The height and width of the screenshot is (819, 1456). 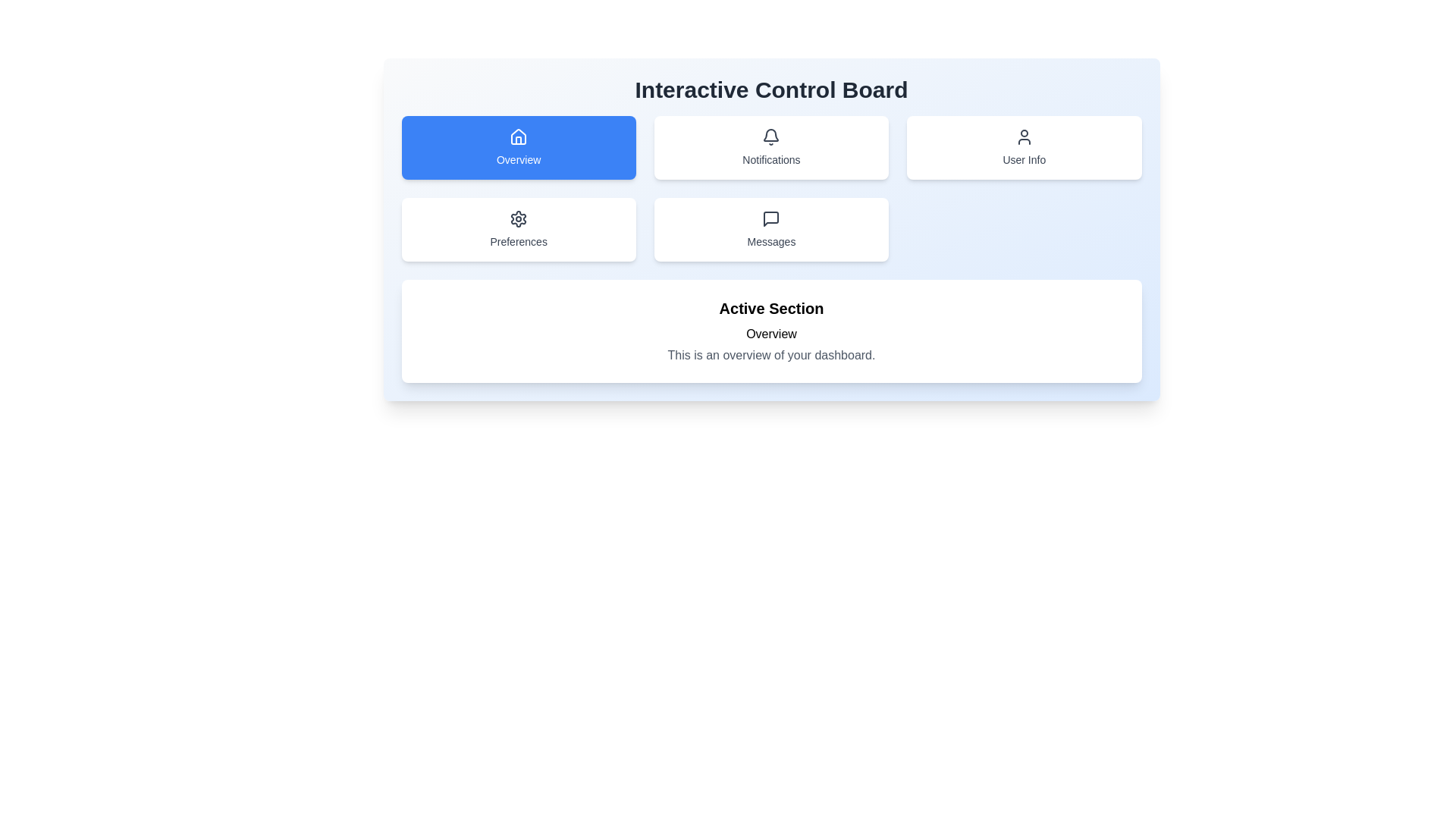 I want to click on the 'Messages' icon, which represents the communication functionality and is centrally located within the 'Messages' button in the bottom row of the button layout, so click(x=771, y=219).